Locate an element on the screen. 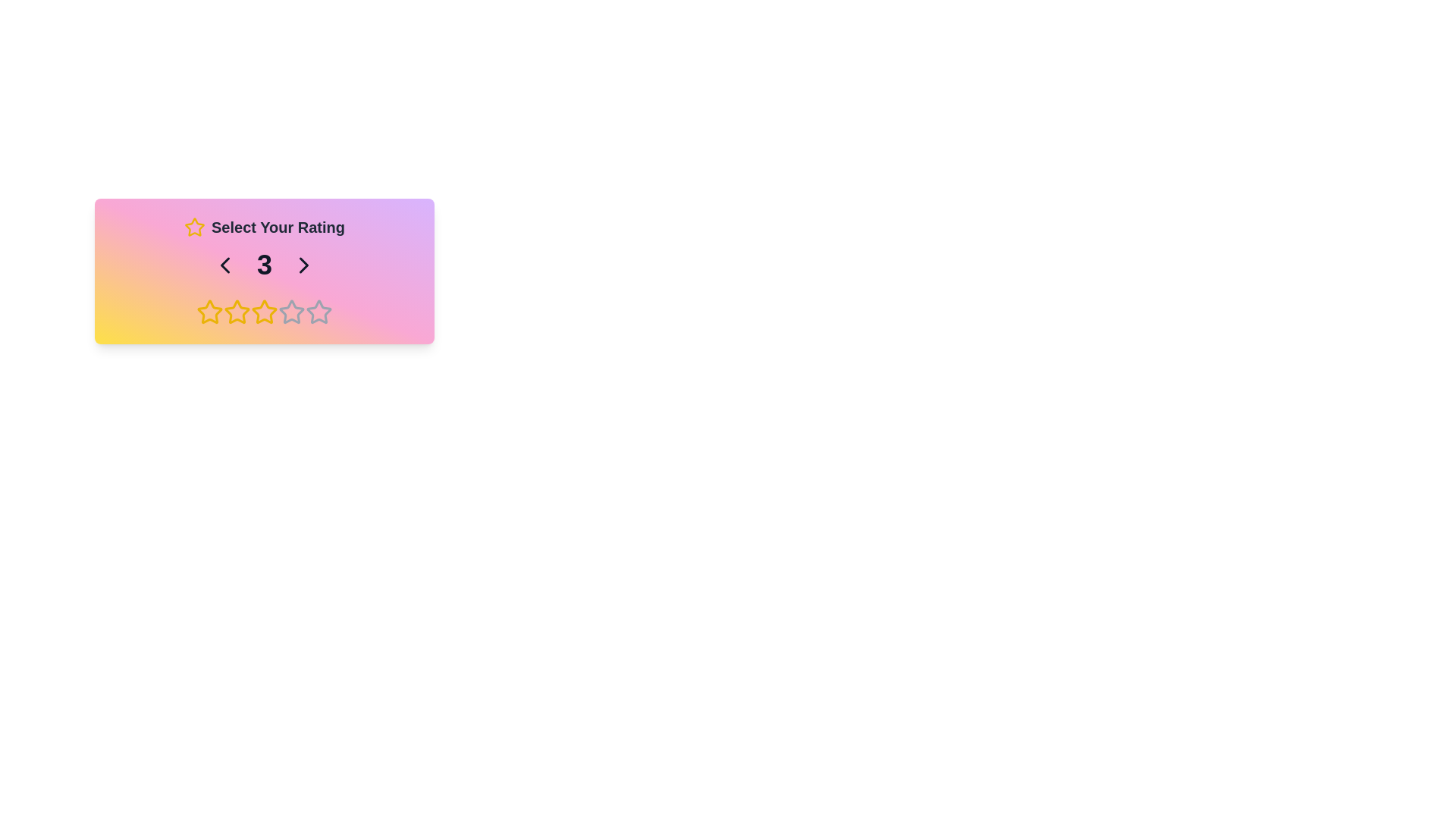  the third star in the rating icon is located at coordinates (236, 311).